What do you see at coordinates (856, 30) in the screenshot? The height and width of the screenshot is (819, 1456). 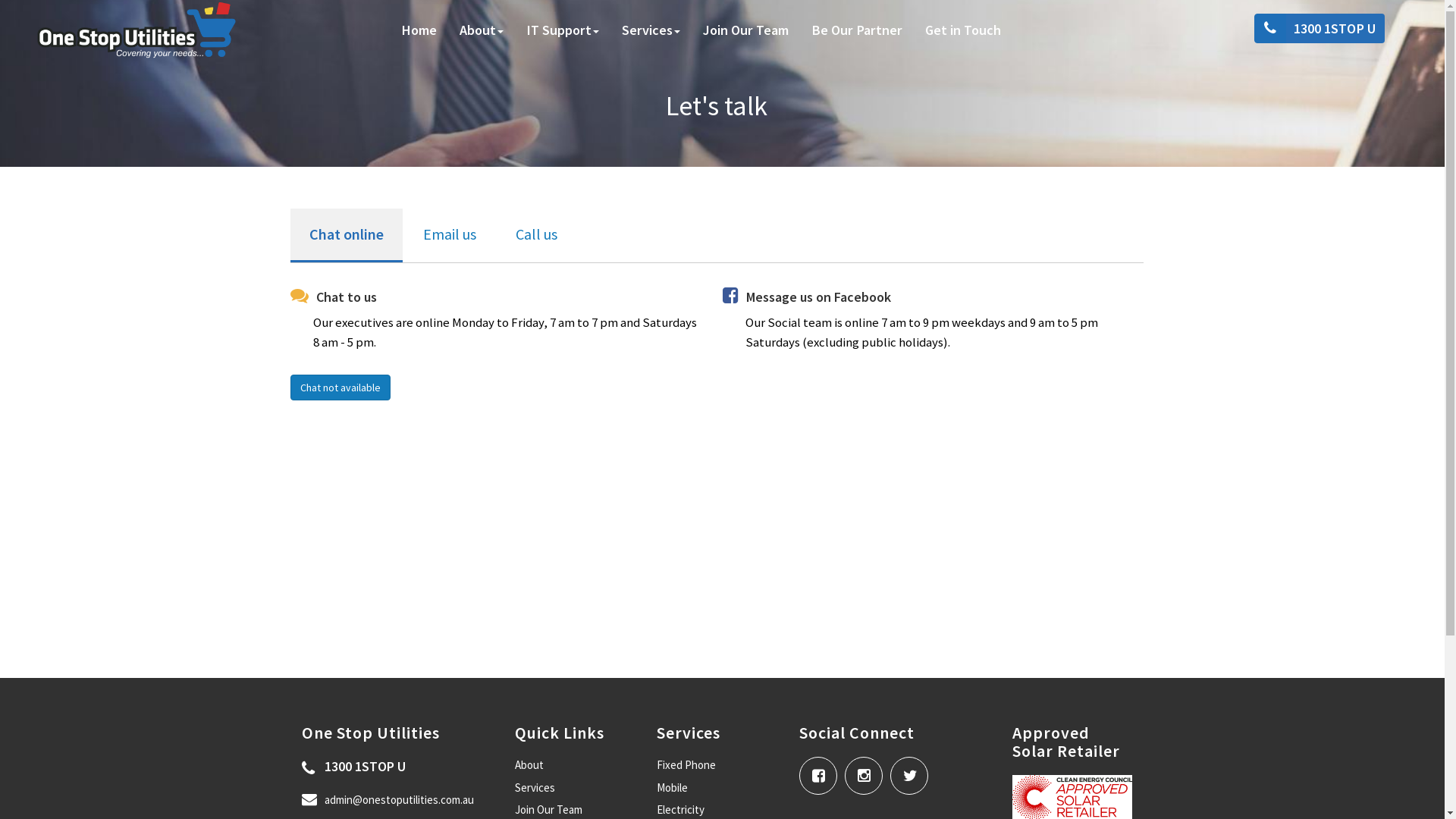 I see `'Be Our Partner'` at bounding box center [856, 30].